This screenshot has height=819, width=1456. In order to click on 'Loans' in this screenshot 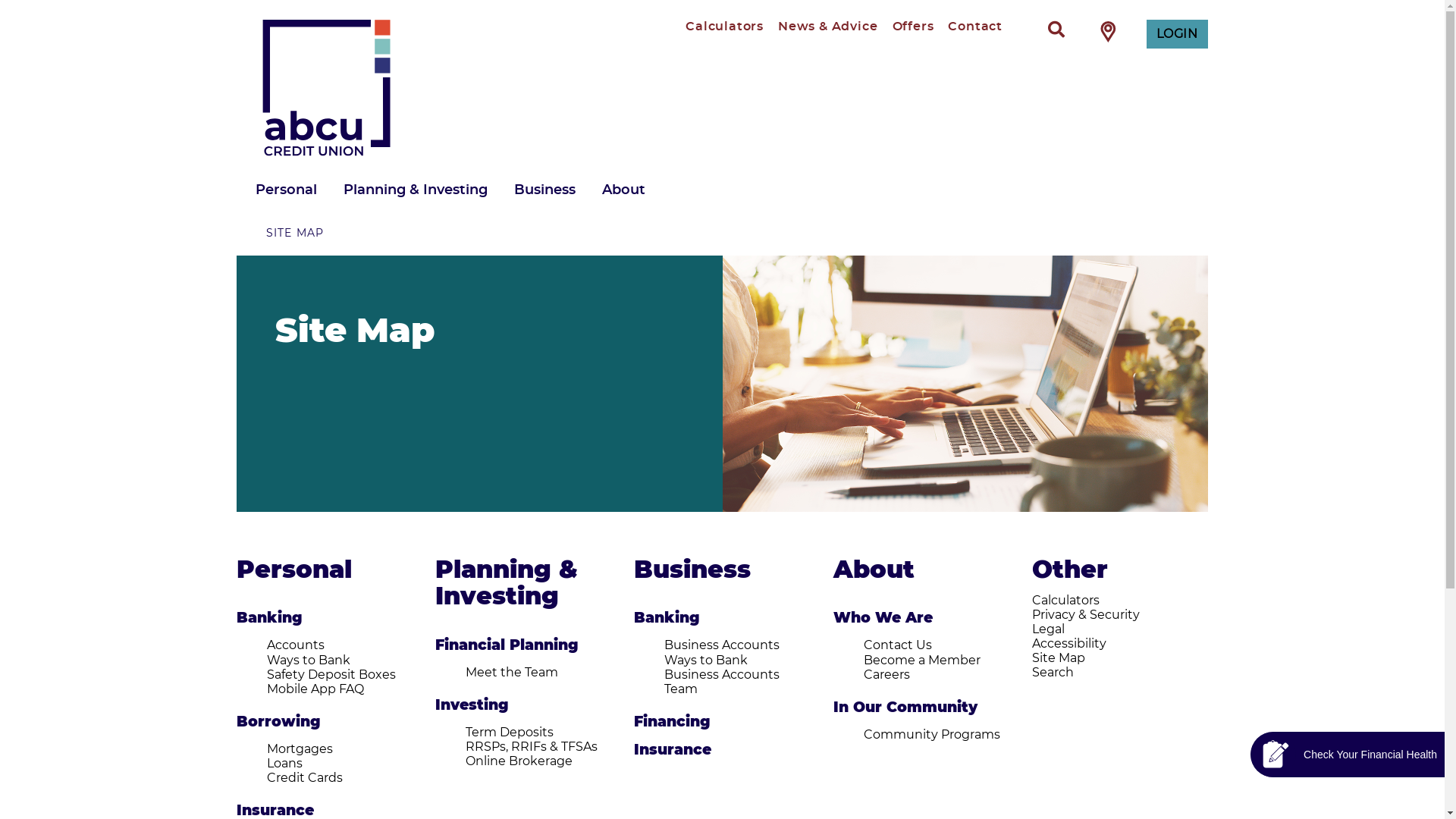, I will do `click(284, 763)`.